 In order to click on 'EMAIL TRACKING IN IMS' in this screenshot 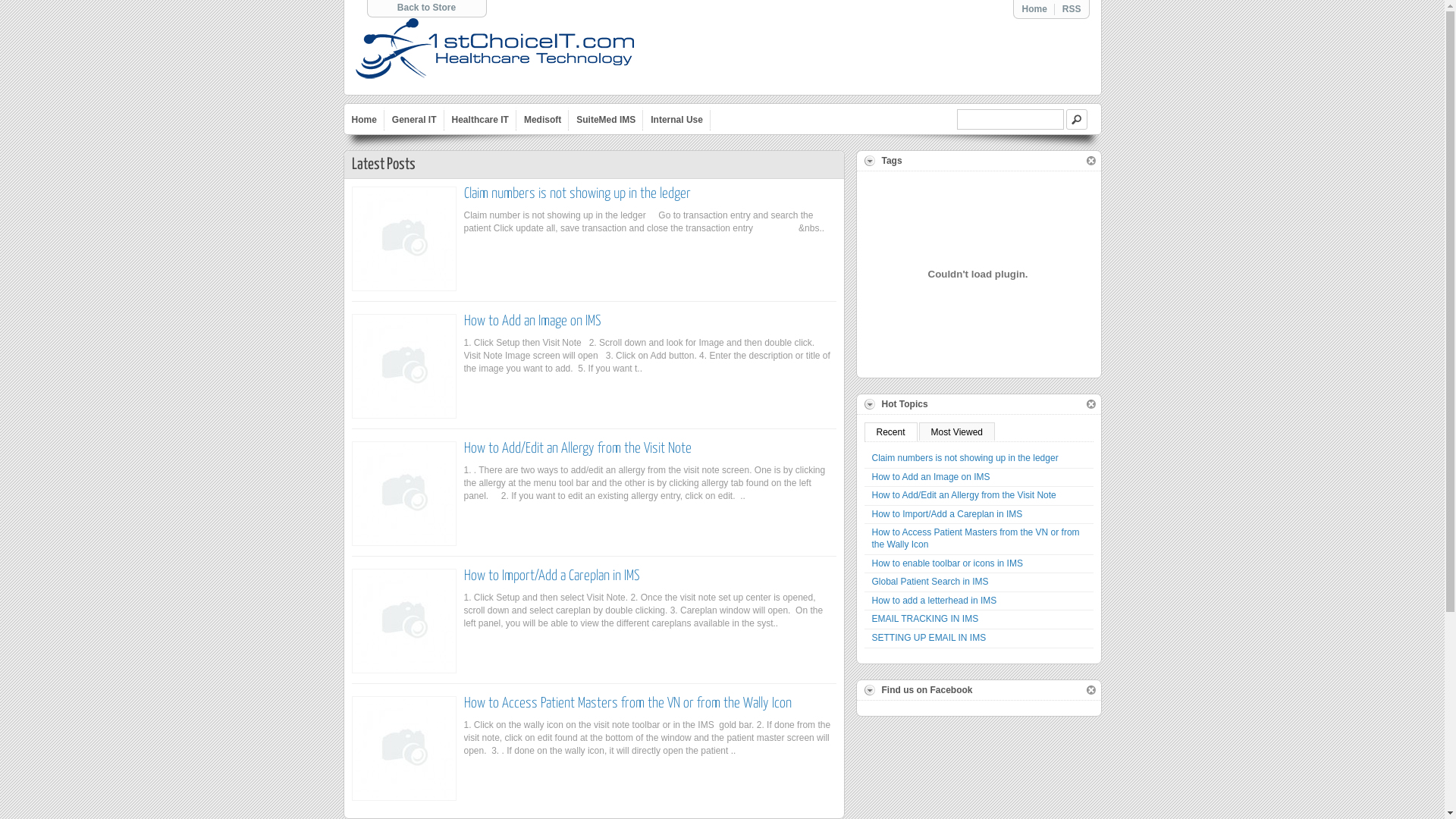, I will do `click(864, 620)`.